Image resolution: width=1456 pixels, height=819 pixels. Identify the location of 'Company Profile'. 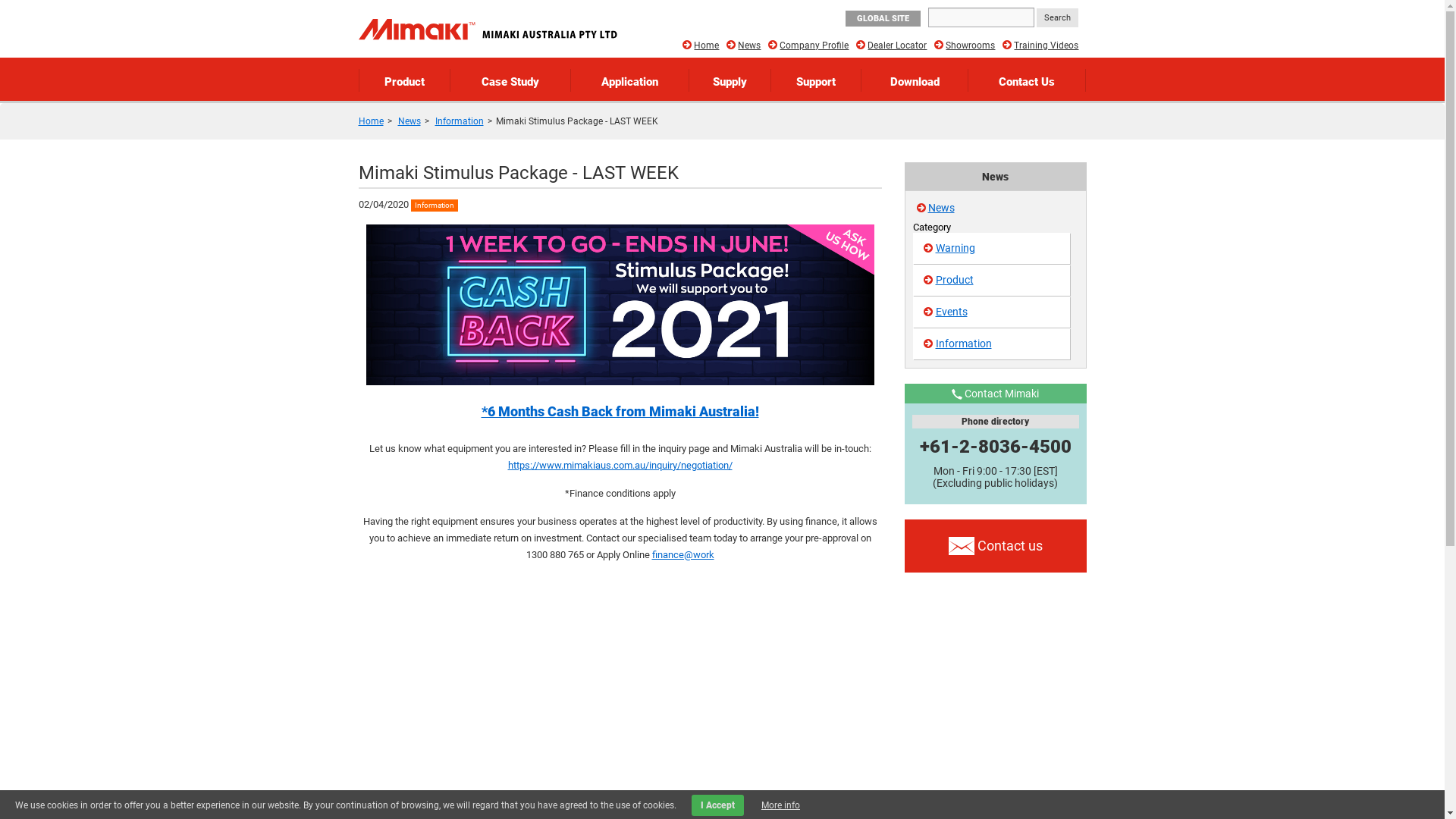
(779, 45).